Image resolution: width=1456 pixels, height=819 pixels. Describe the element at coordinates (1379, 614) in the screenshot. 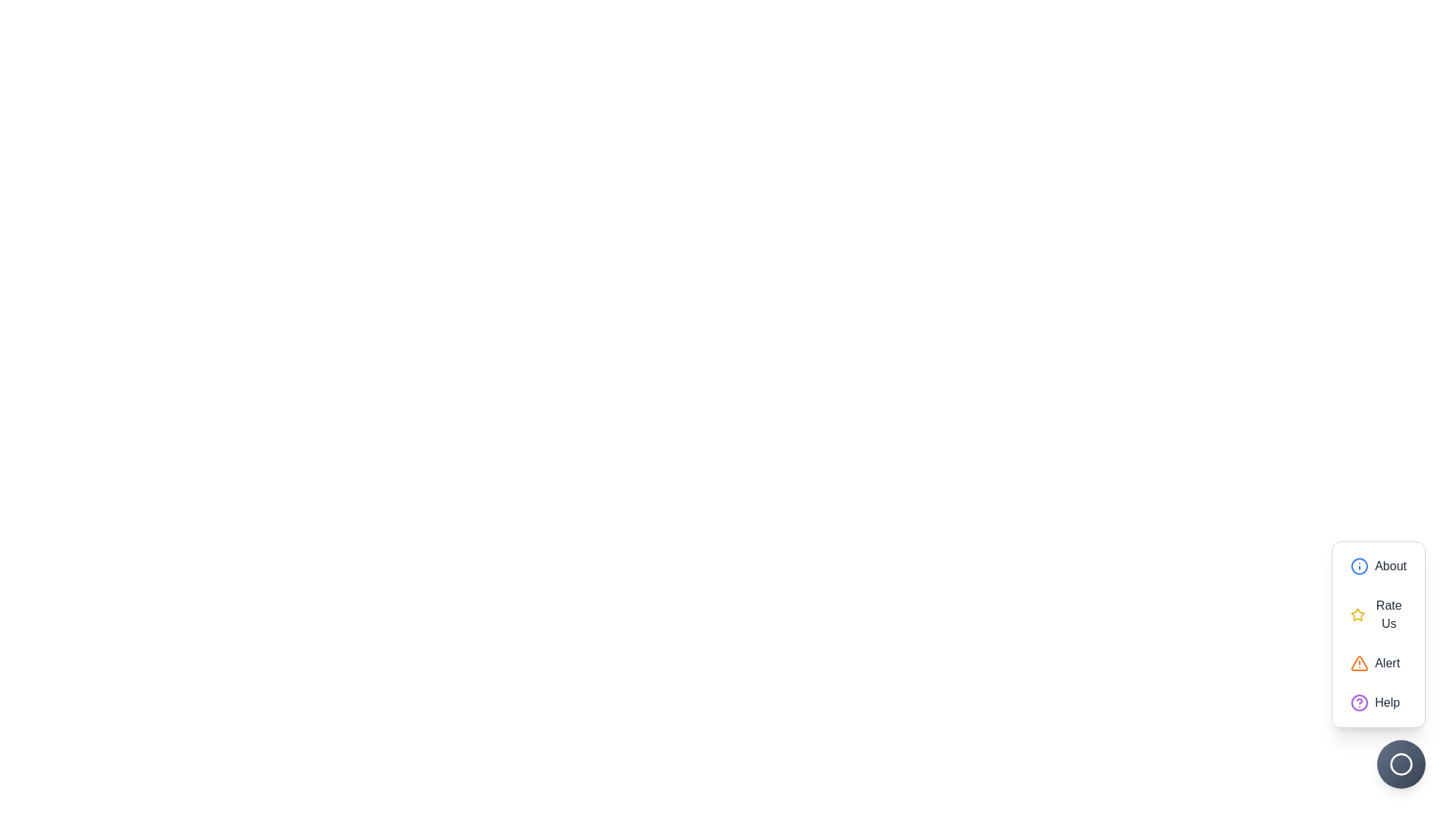

I see `the 'Rate Us' button to interact with it` at that location.